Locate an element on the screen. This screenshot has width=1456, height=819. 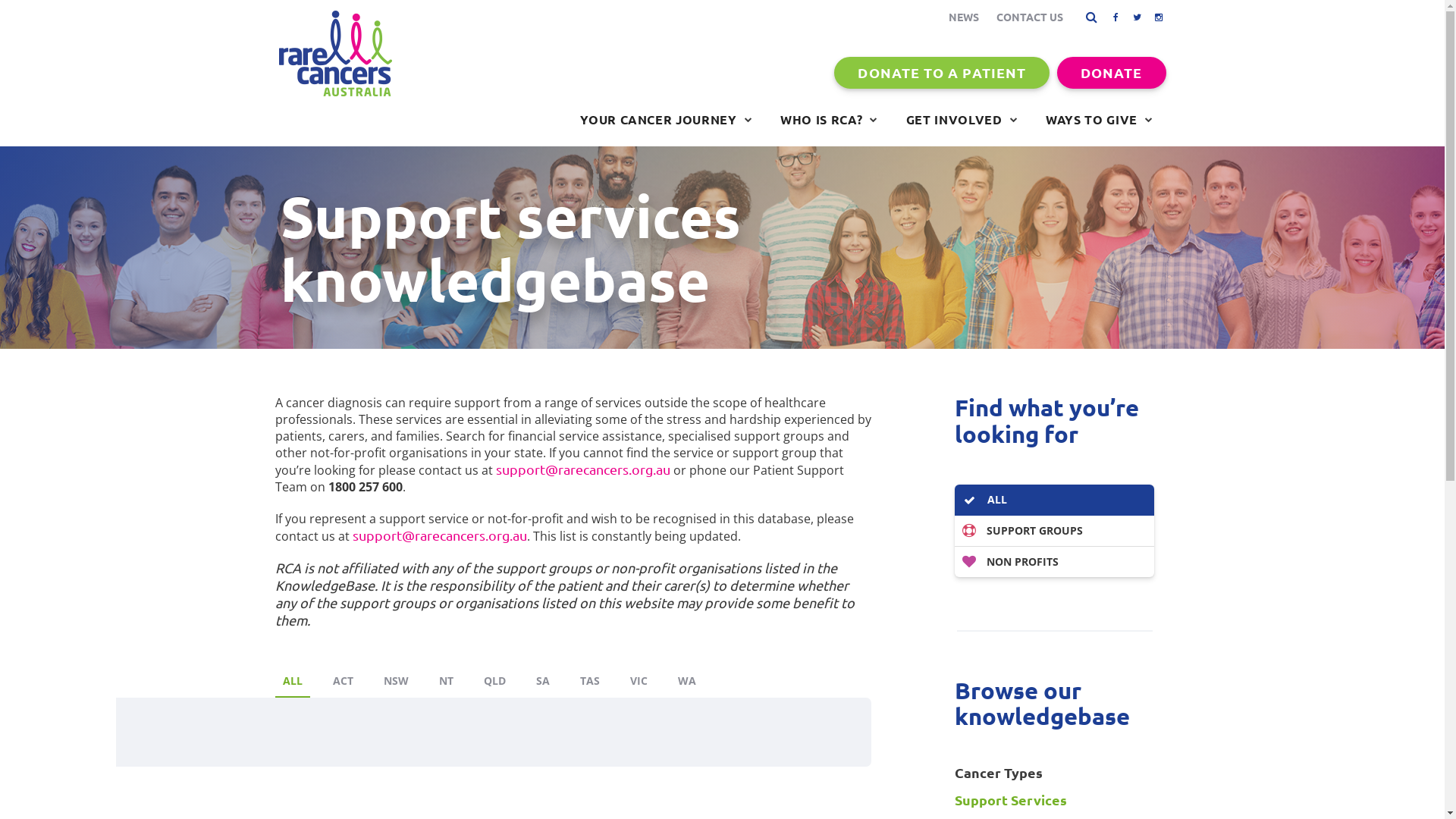
'VIC' is located at coordinates (638, 681).